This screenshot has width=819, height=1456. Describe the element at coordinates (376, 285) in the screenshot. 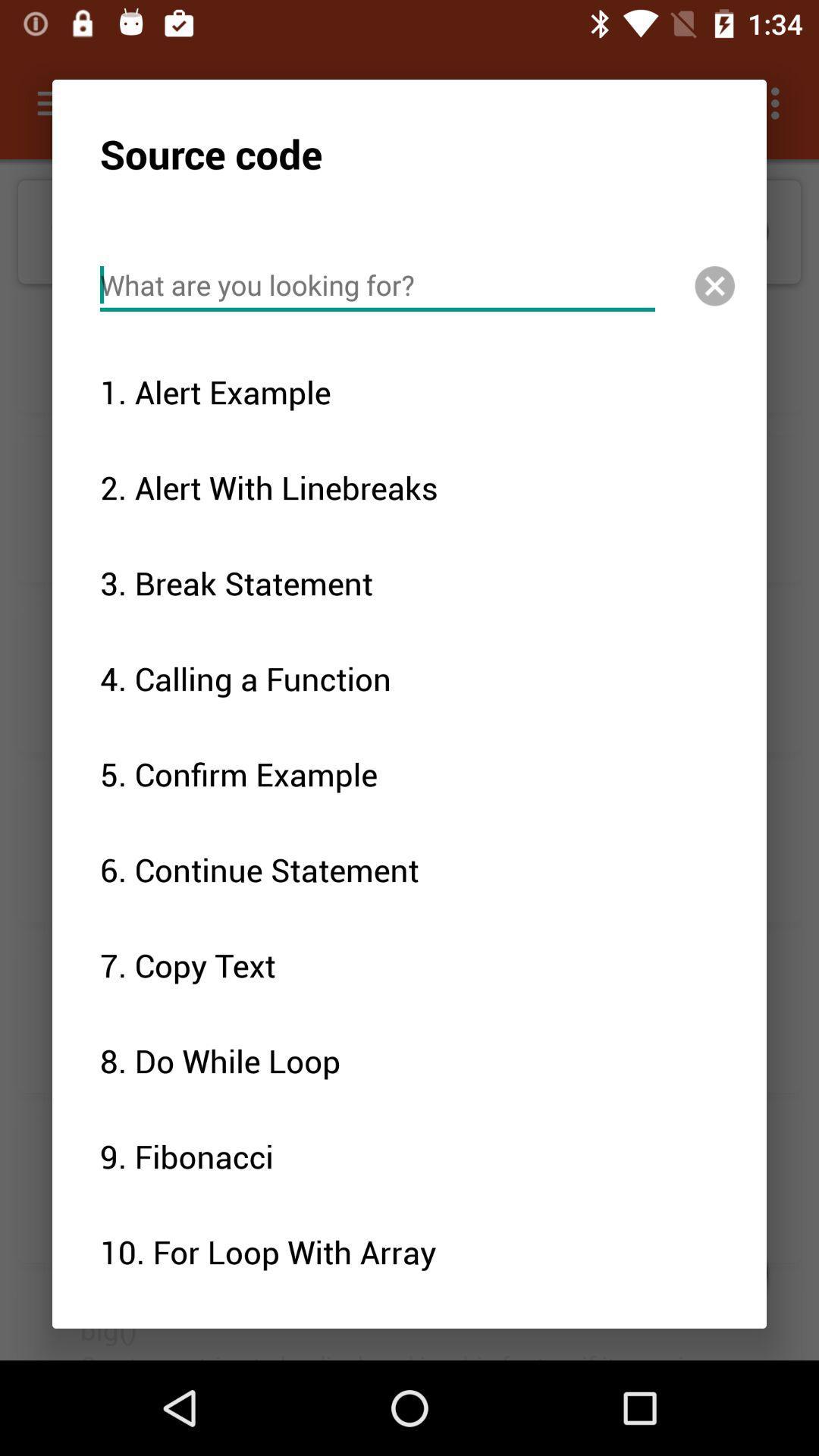

I see `the icon above the 1. alert example item` at that location.